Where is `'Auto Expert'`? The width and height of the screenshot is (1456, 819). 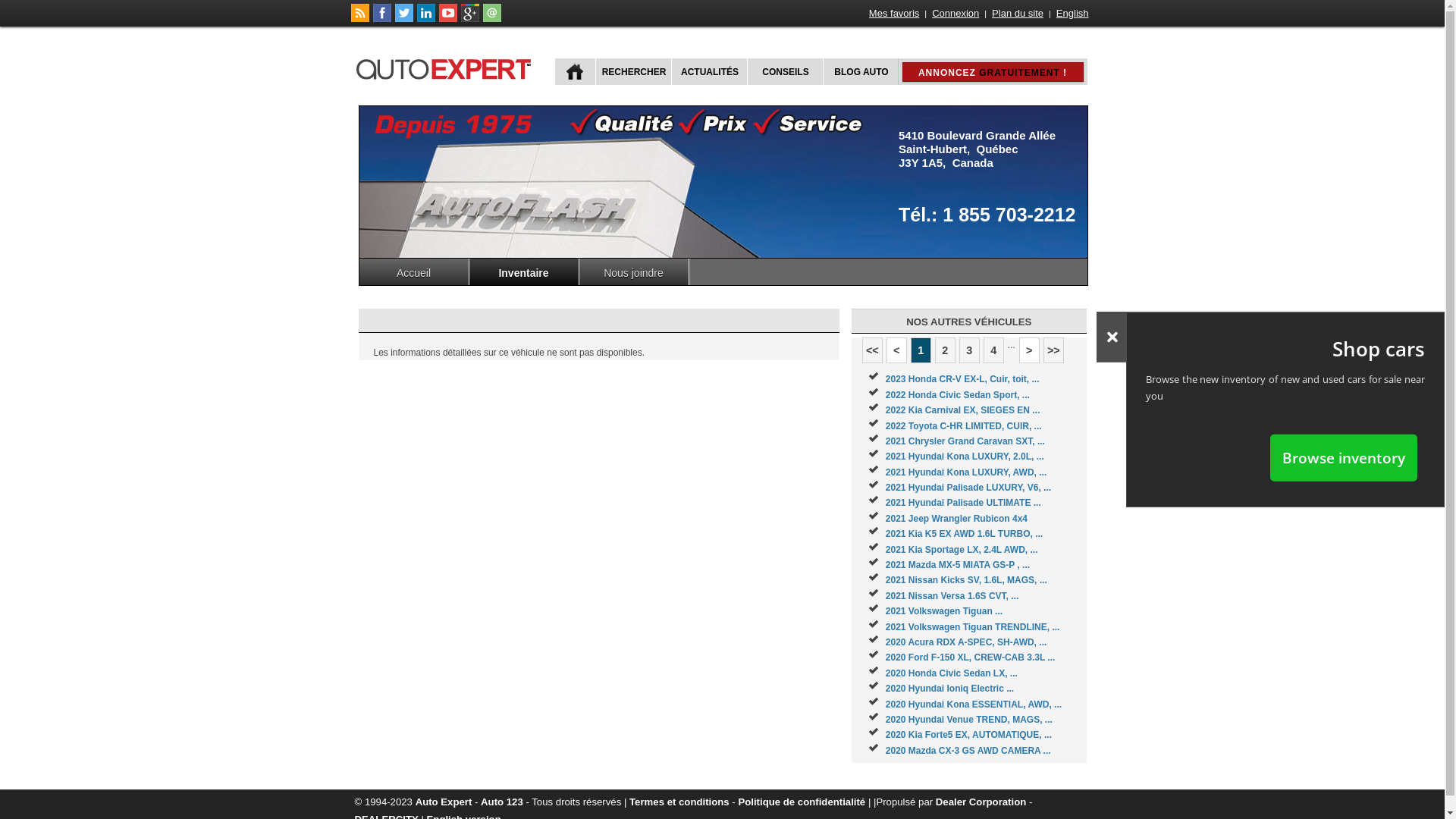 'Auto Expert' is located at coordinates (443, 801).